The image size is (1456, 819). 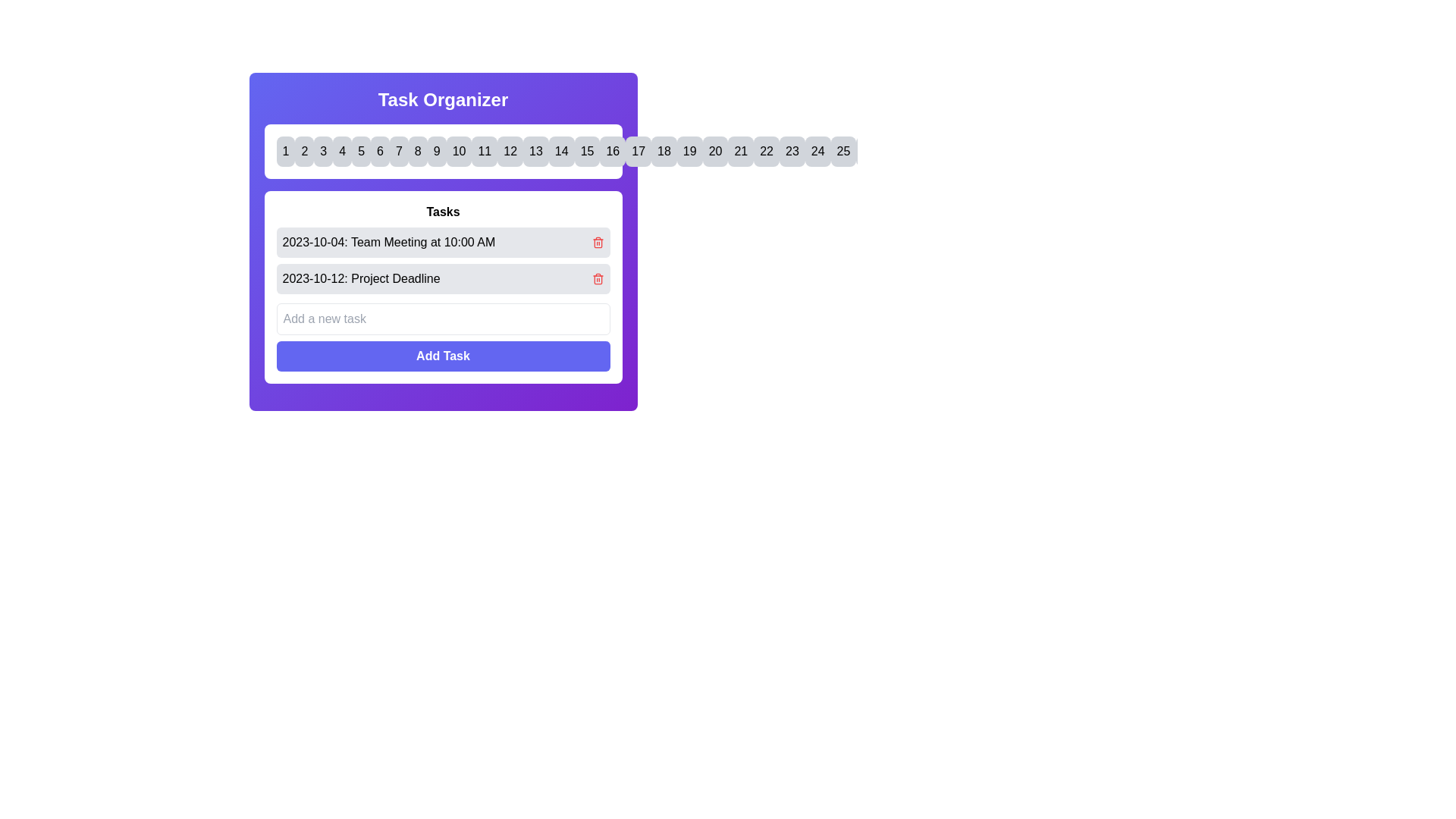 What do you see at coordinates (380, 152) in the screenshot?
I see `the 6th button in the horizontally arranged series within the 'Task Organizer' widget` at bounding box center [380, 152].